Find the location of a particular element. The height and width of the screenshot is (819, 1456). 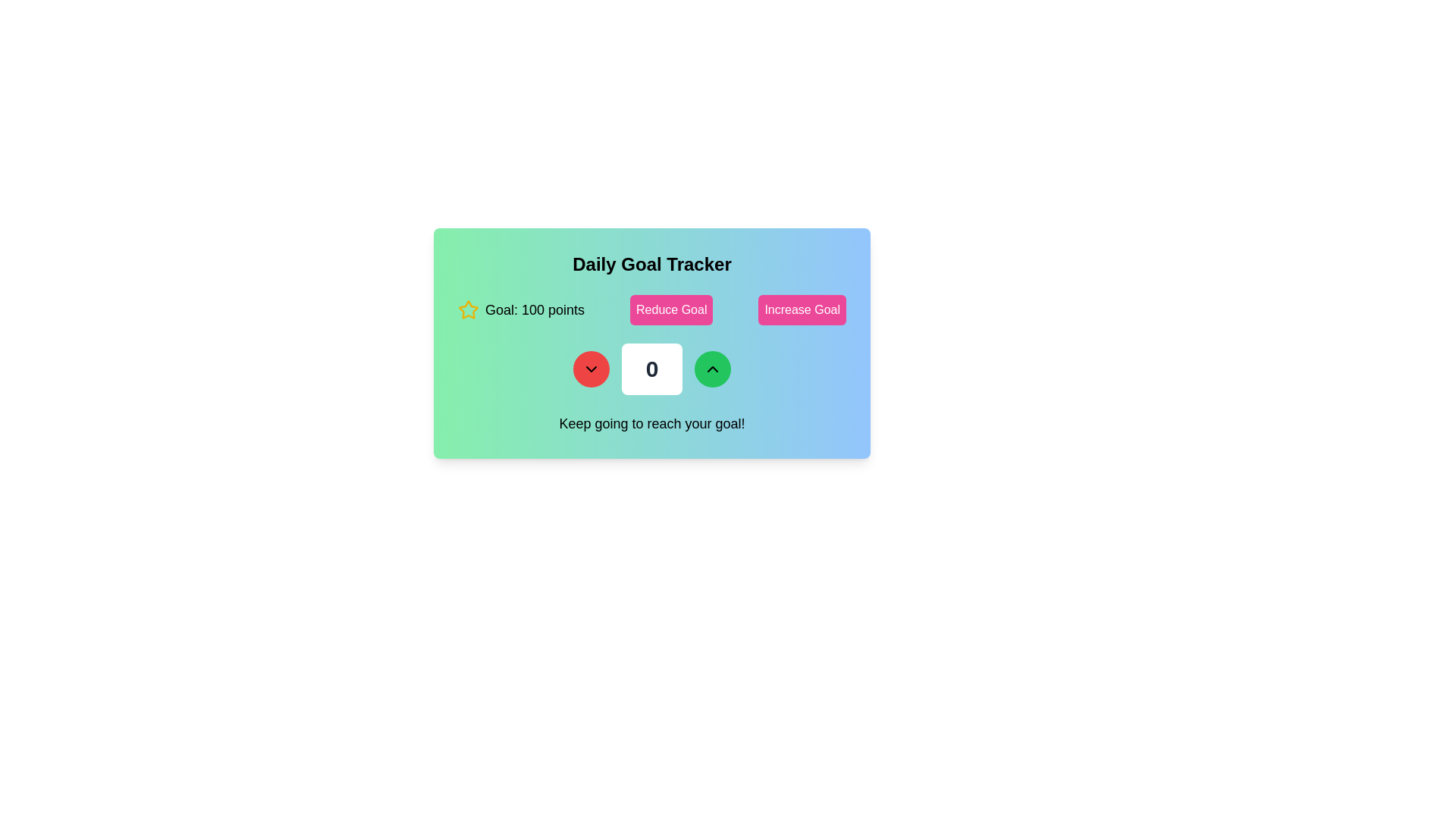

the decrement button located between the 'Goal: 100 points' text and the 'Increase Goal' button to change its background color is located at coordinates (670, 309).